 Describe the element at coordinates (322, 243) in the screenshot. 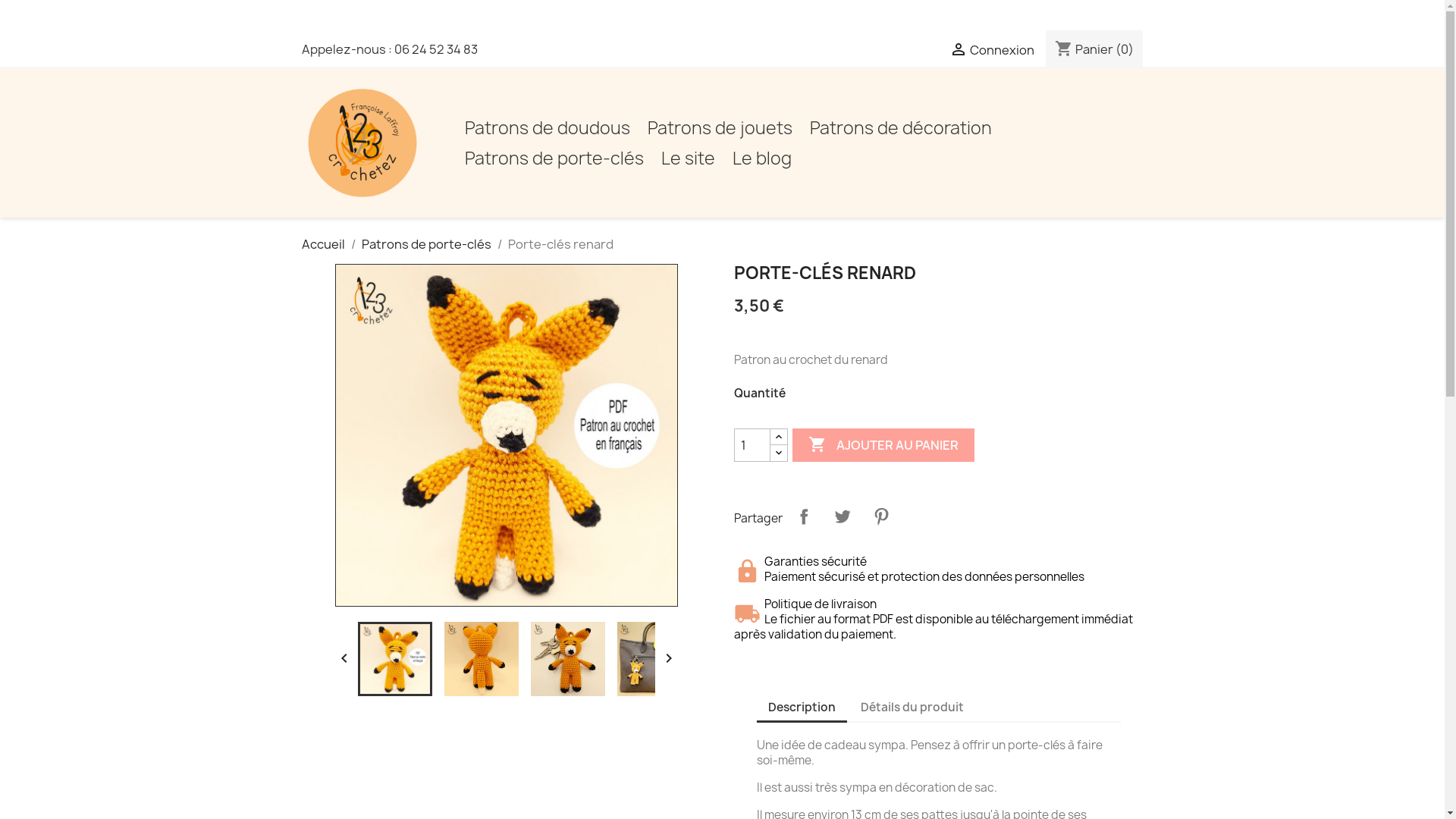

I see `'Accueil'` at that location.